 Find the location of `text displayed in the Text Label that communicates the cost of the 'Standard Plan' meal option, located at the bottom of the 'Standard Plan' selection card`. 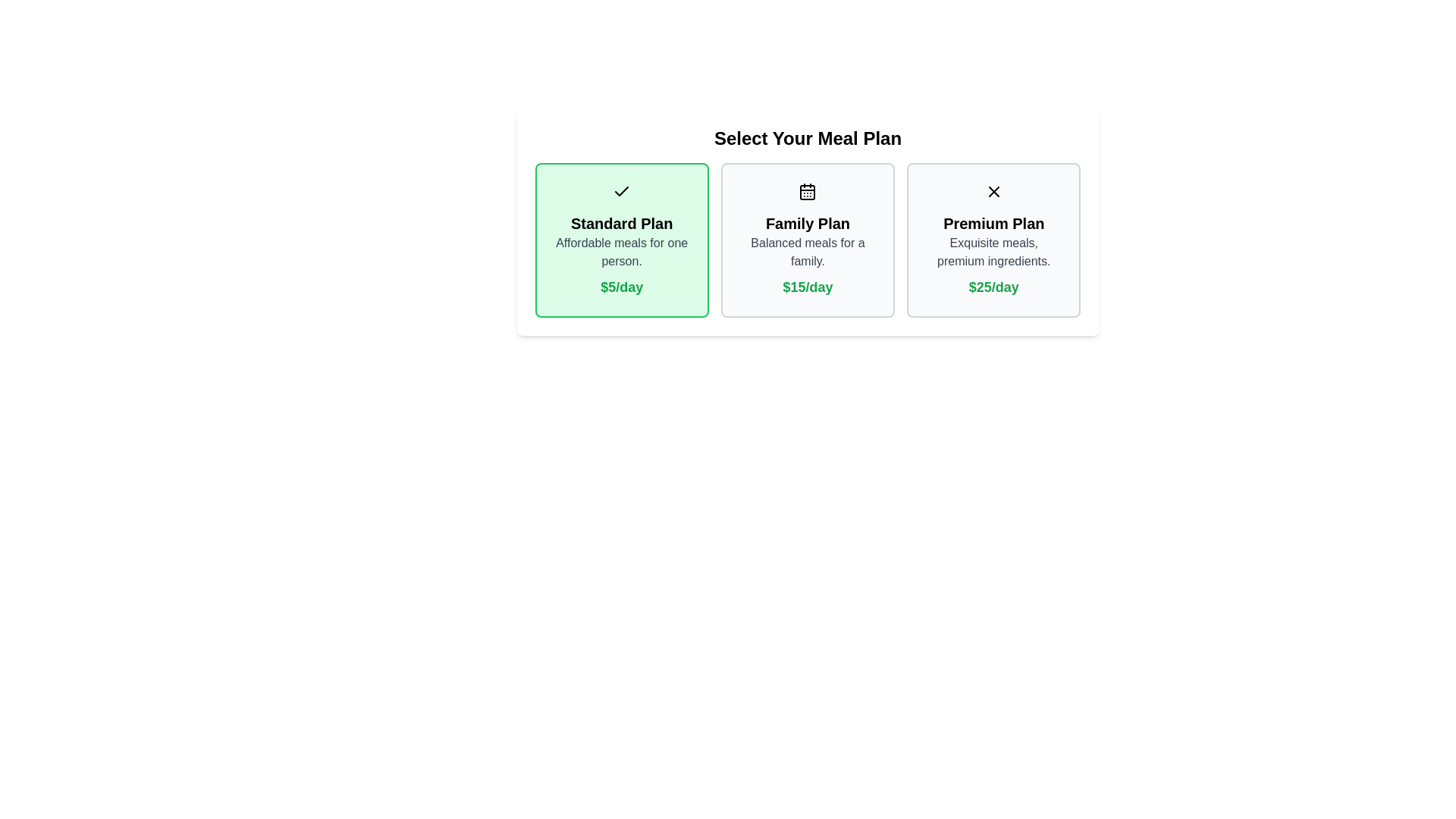

text displayed in the Text Label that communicates the cost of the 'Standard Plan' meal option, located at the bottom of the 'Standard Plan' selection card is located at coordinates (622, 287).